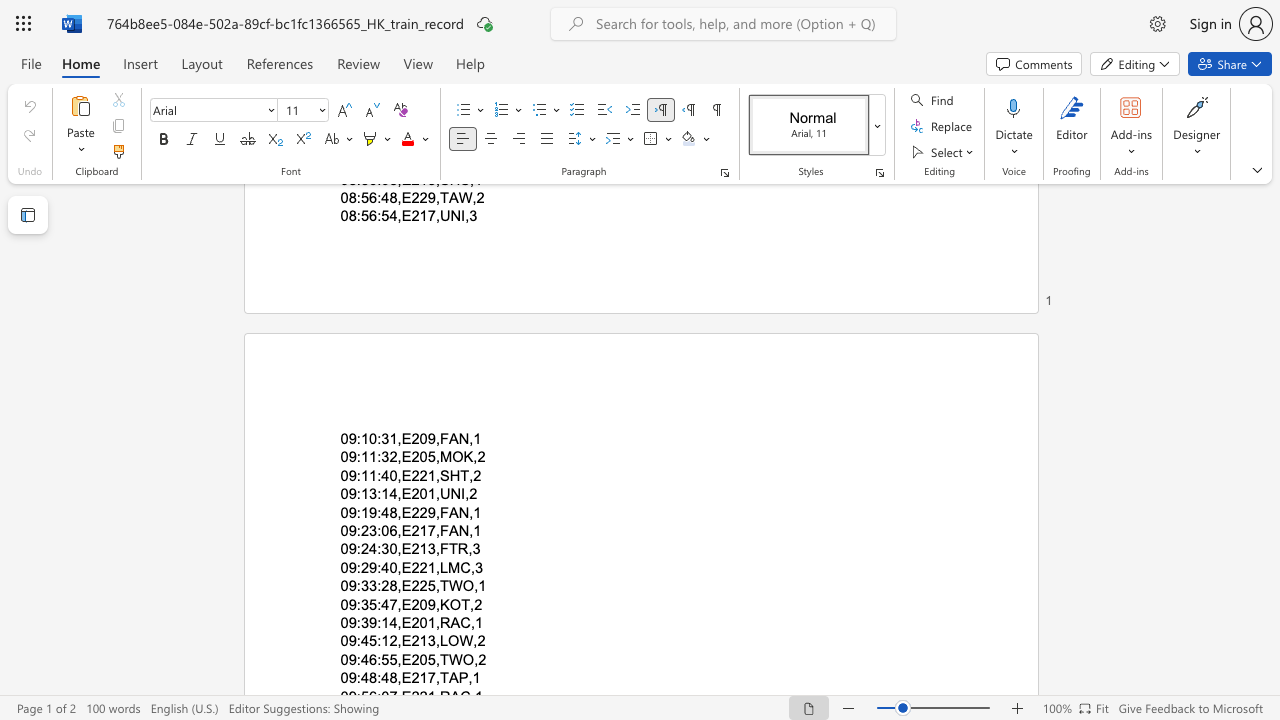 The height and width of the screenshot is (720, 1280). Describe the element at coordinates (466, 677) in the screenshot. I see `the space between the continuous character "P" and "," in the text` at that location.